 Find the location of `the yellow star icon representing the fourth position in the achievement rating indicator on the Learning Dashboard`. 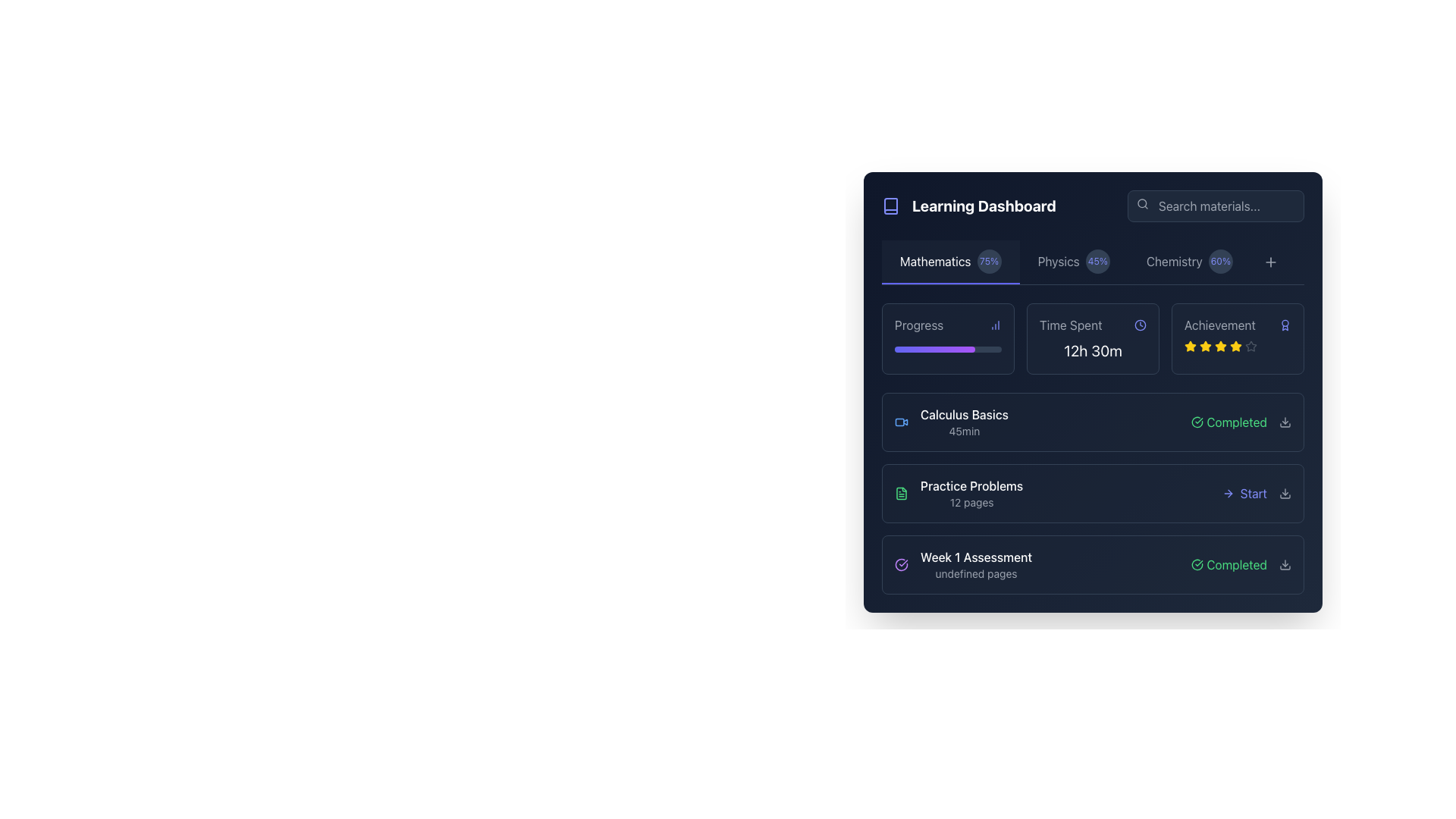

the yellow star icon representing the fourth position in the achievement rating indicator on the Learning Dashboard is located at coordinates (1189, 346).